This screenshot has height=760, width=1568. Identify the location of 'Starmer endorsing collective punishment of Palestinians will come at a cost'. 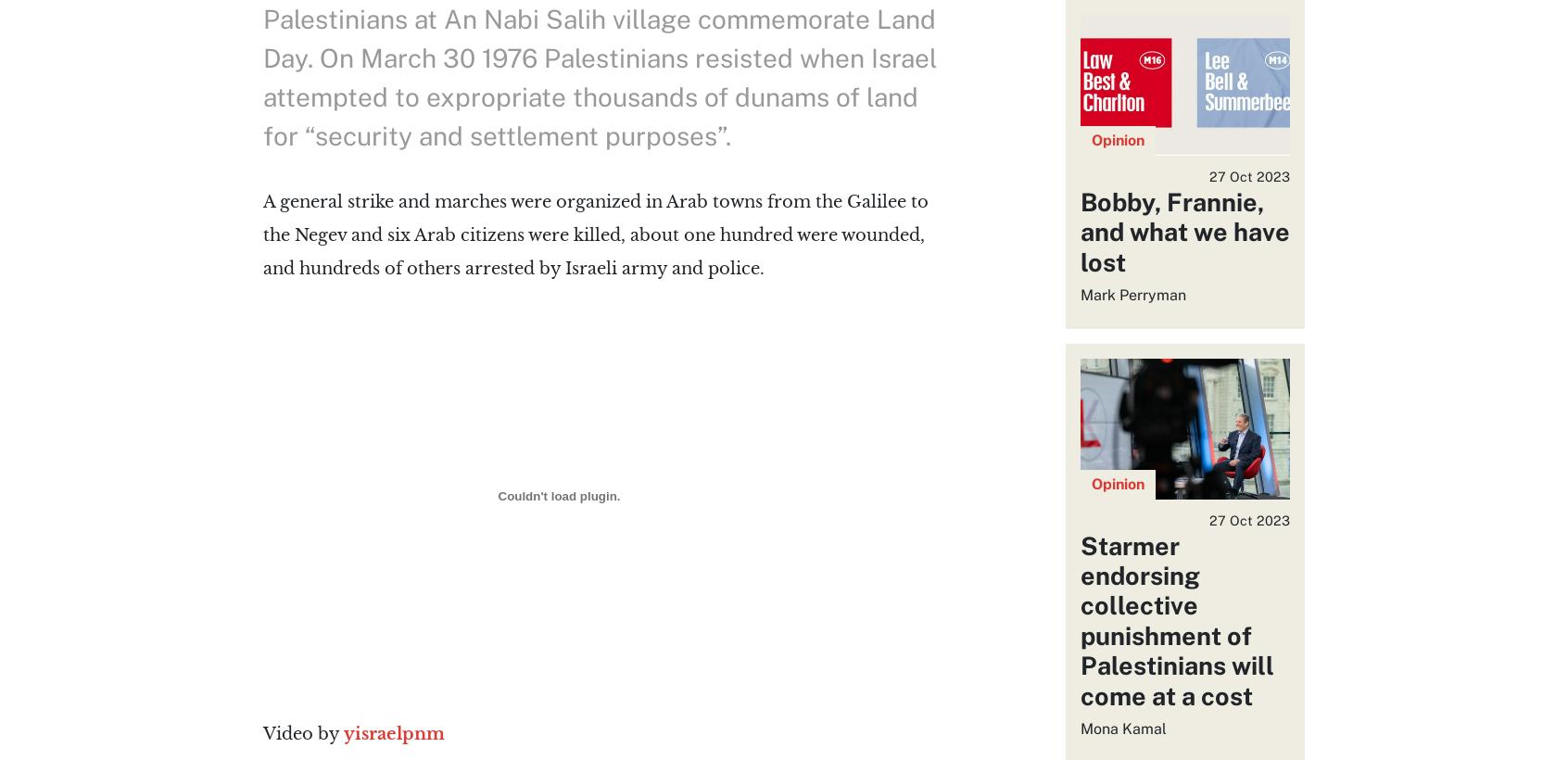
(1078, 620).